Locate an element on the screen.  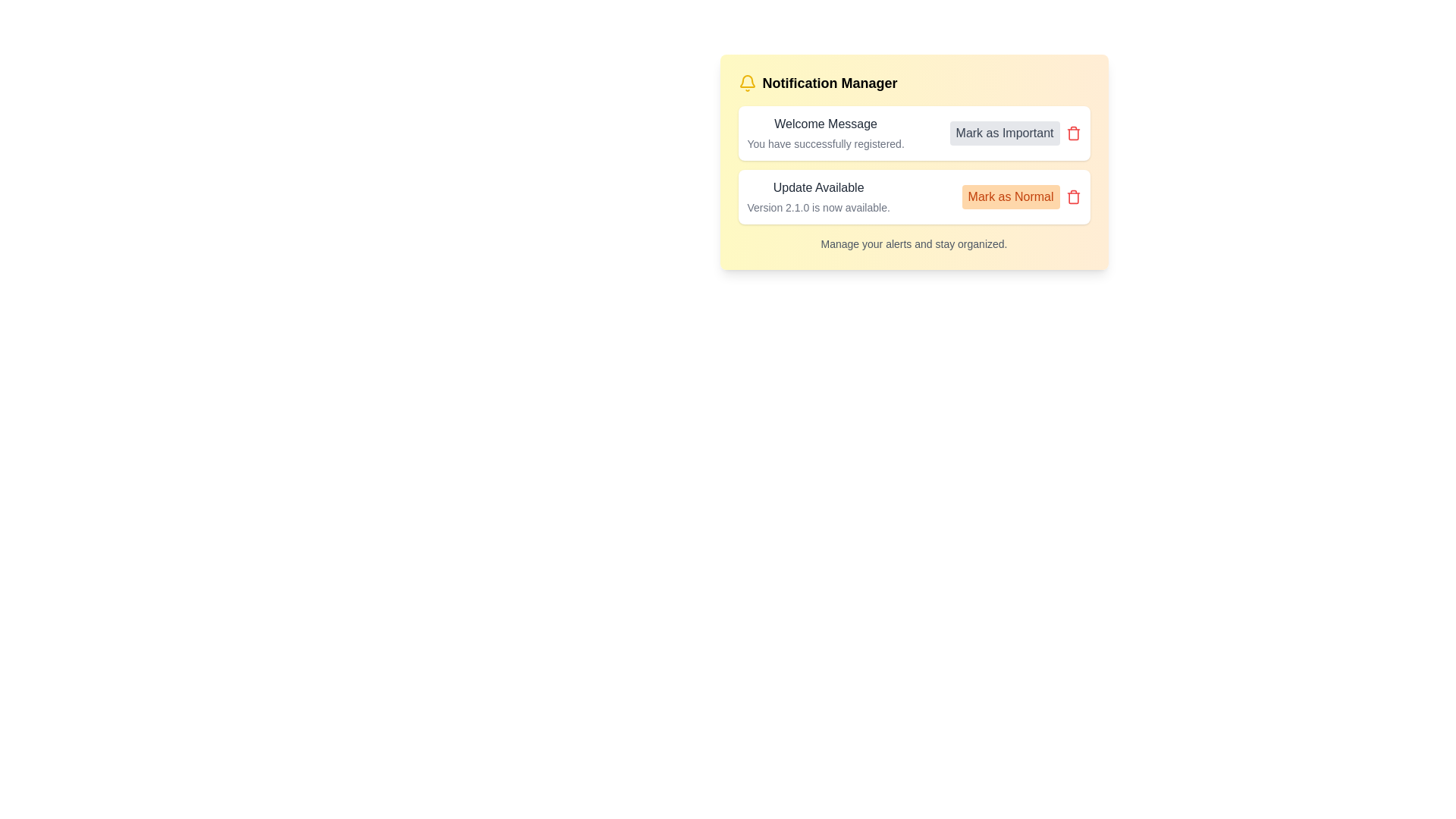
the 'Notification Manager' bold text label is located at coordinates (829, 83).